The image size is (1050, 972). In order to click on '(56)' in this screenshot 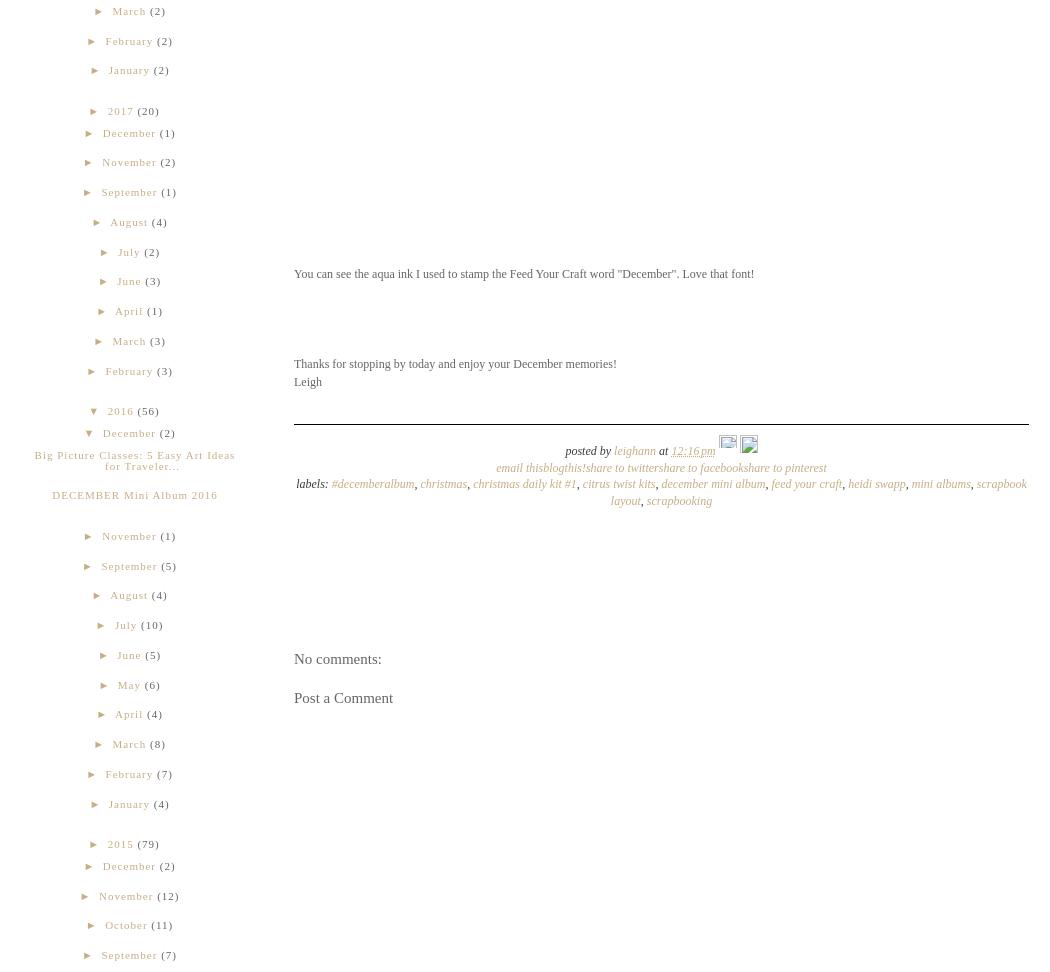, I will do `click(147, 410)`.